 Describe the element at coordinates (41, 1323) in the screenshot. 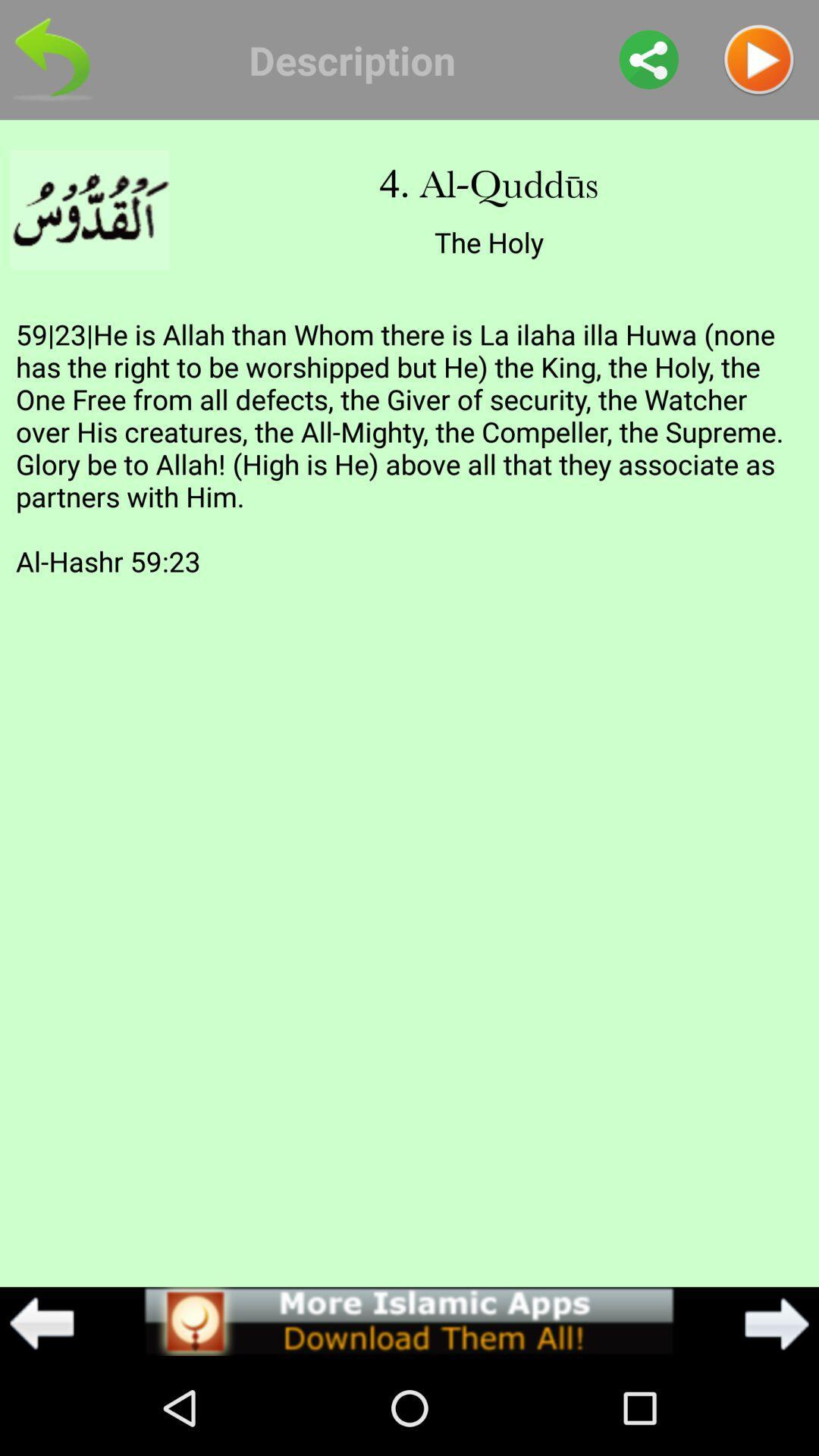

I see `item at the bottom left corner` at that location.